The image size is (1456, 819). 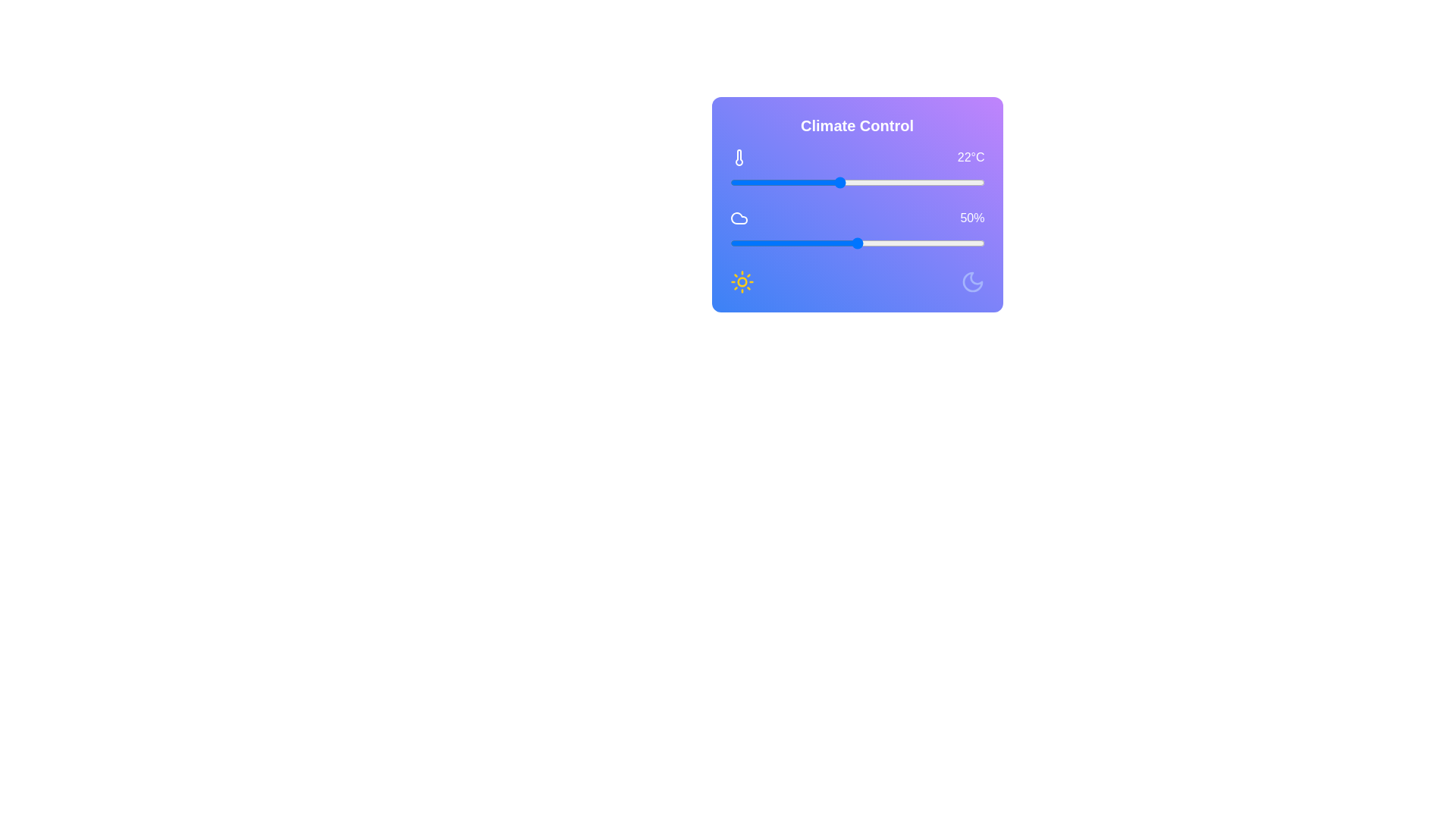 What do you see at coordinates (972, 281) in the screenshot?
I see `the static state of the moon or night mode icon located in the bottom right corner of the climate control card interface` at bounding box center [972, 281].